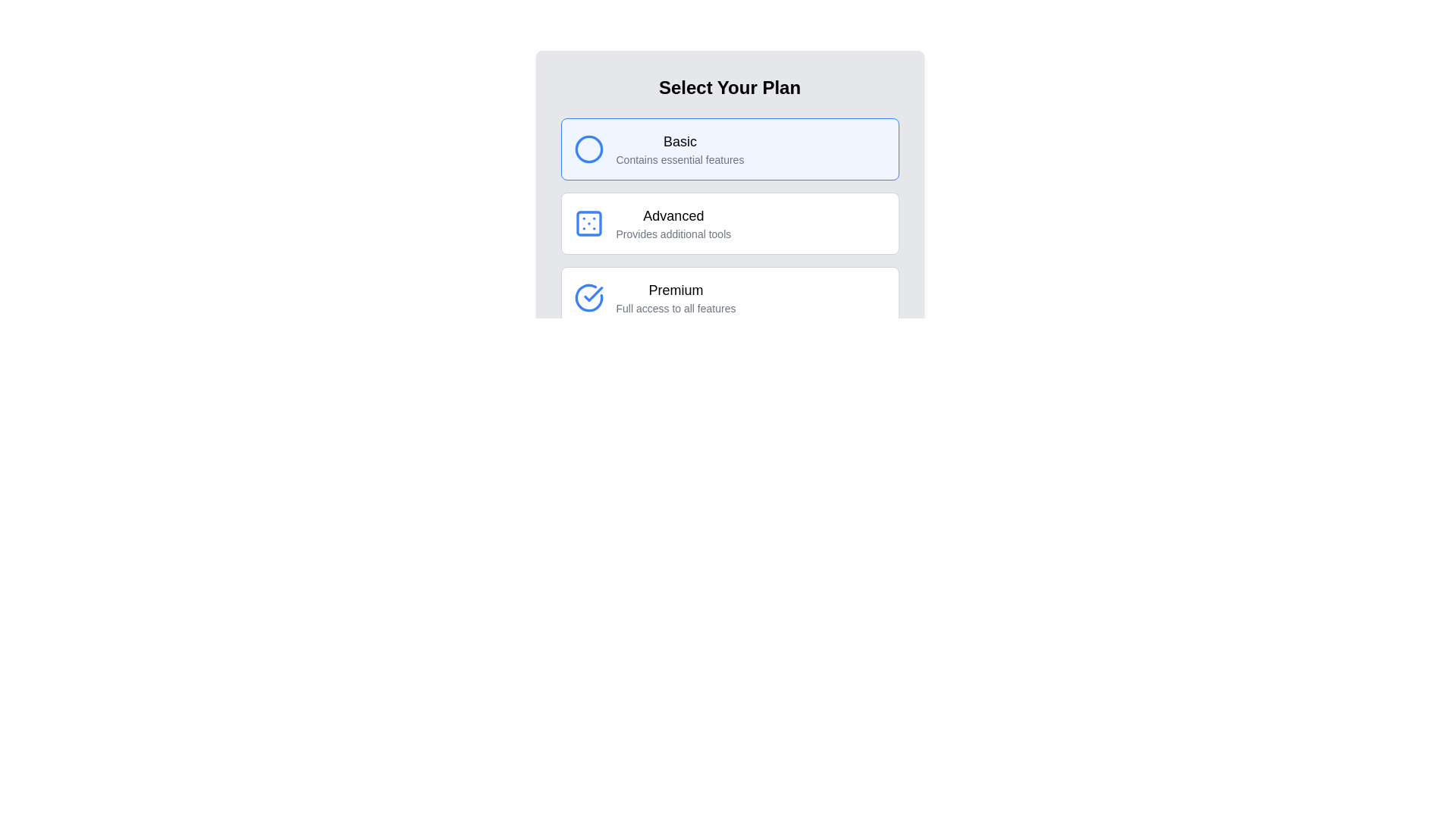  Describe the element at coordinates (673, 216) in the screenshot. I see `text label displaying 'Advanced' which is a bold font style and positioned above the subtitle 'Provides additional tools' in the second option of the vertically stacked plan choices` at that location.